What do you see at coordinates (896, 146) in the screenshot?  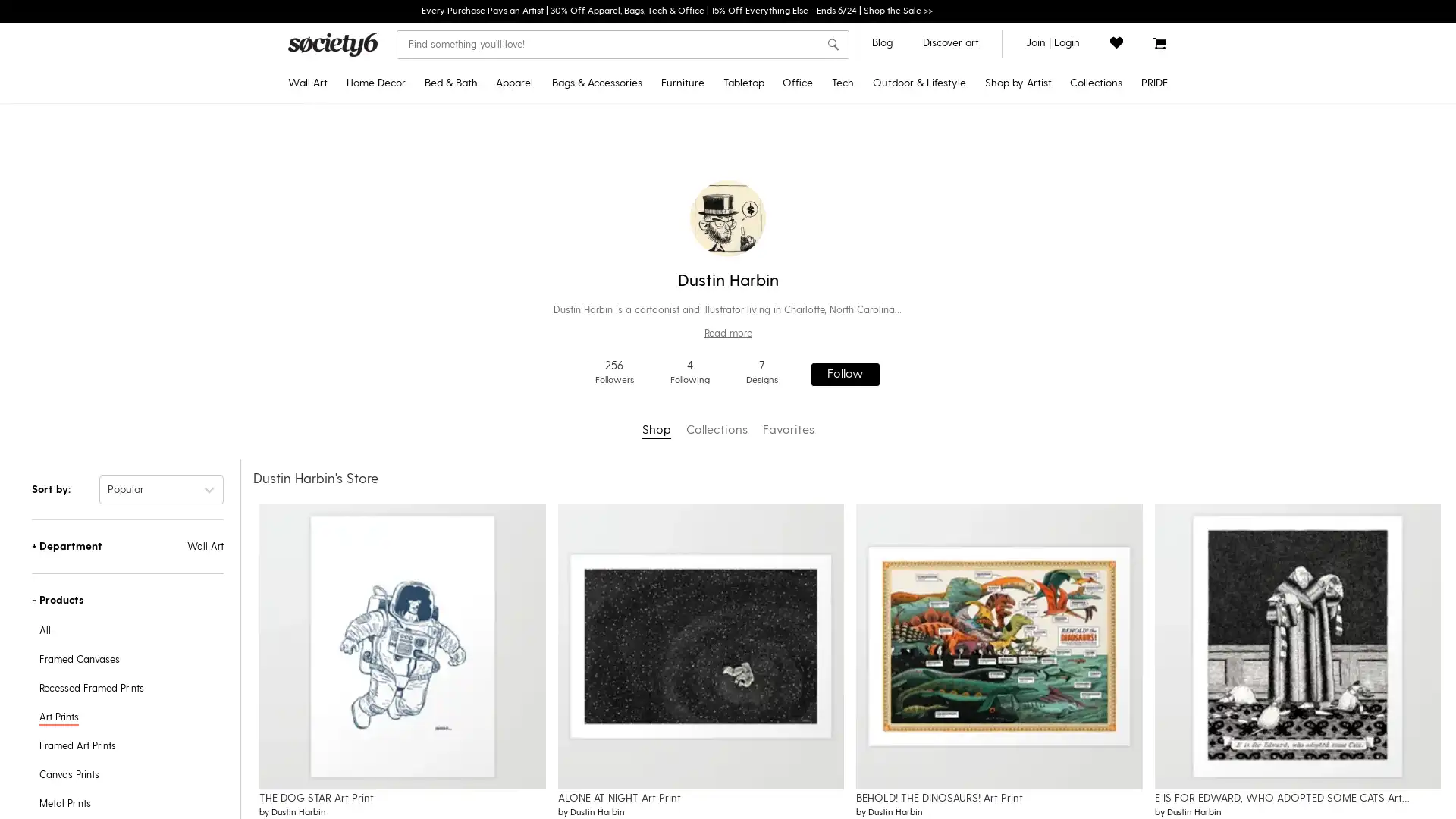 I see `Android Cases` at bounding box center [896, 146].